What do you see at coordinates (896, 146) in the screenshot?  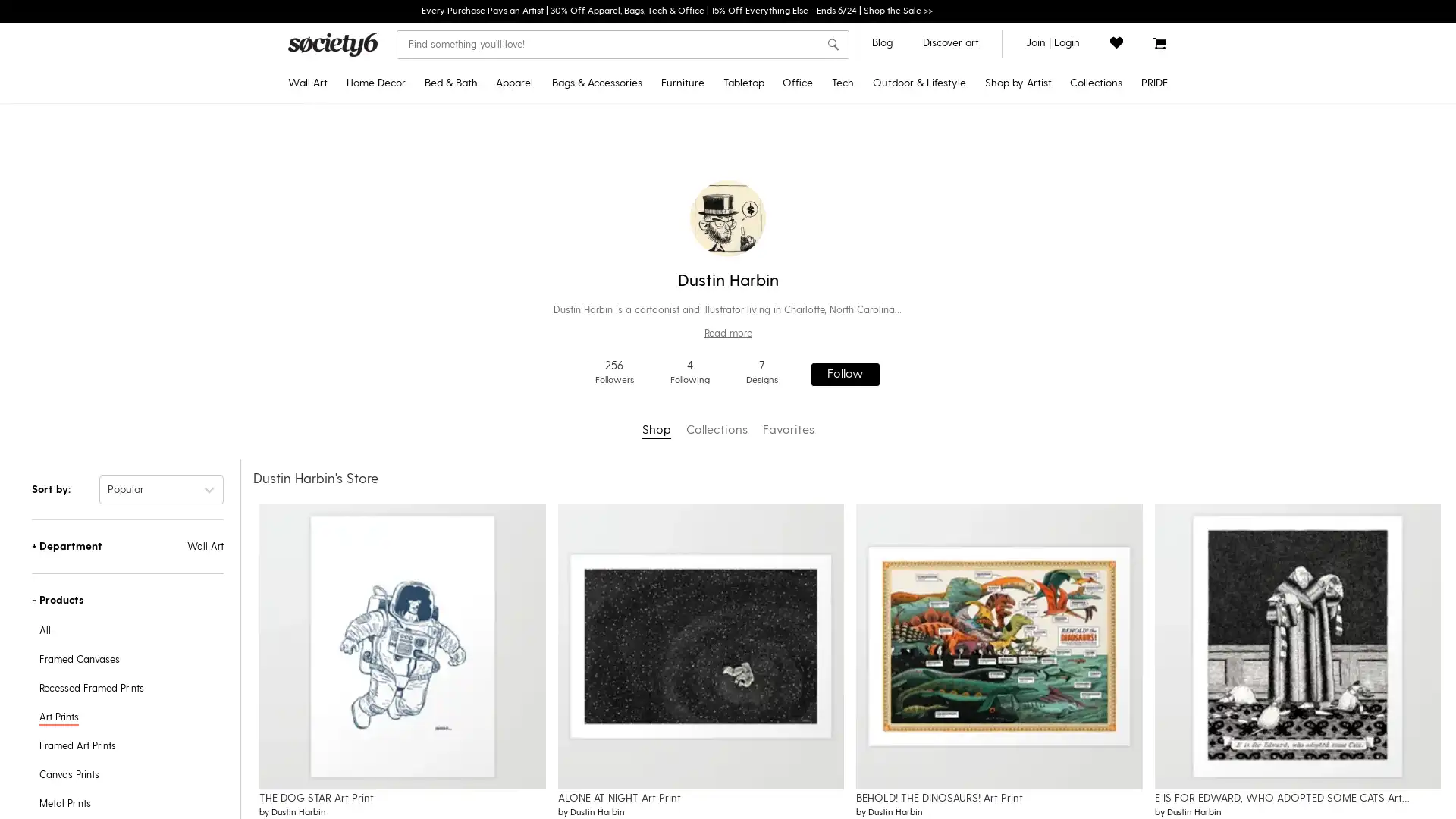 I see `Android Cases` at bounding box center [896, 146].